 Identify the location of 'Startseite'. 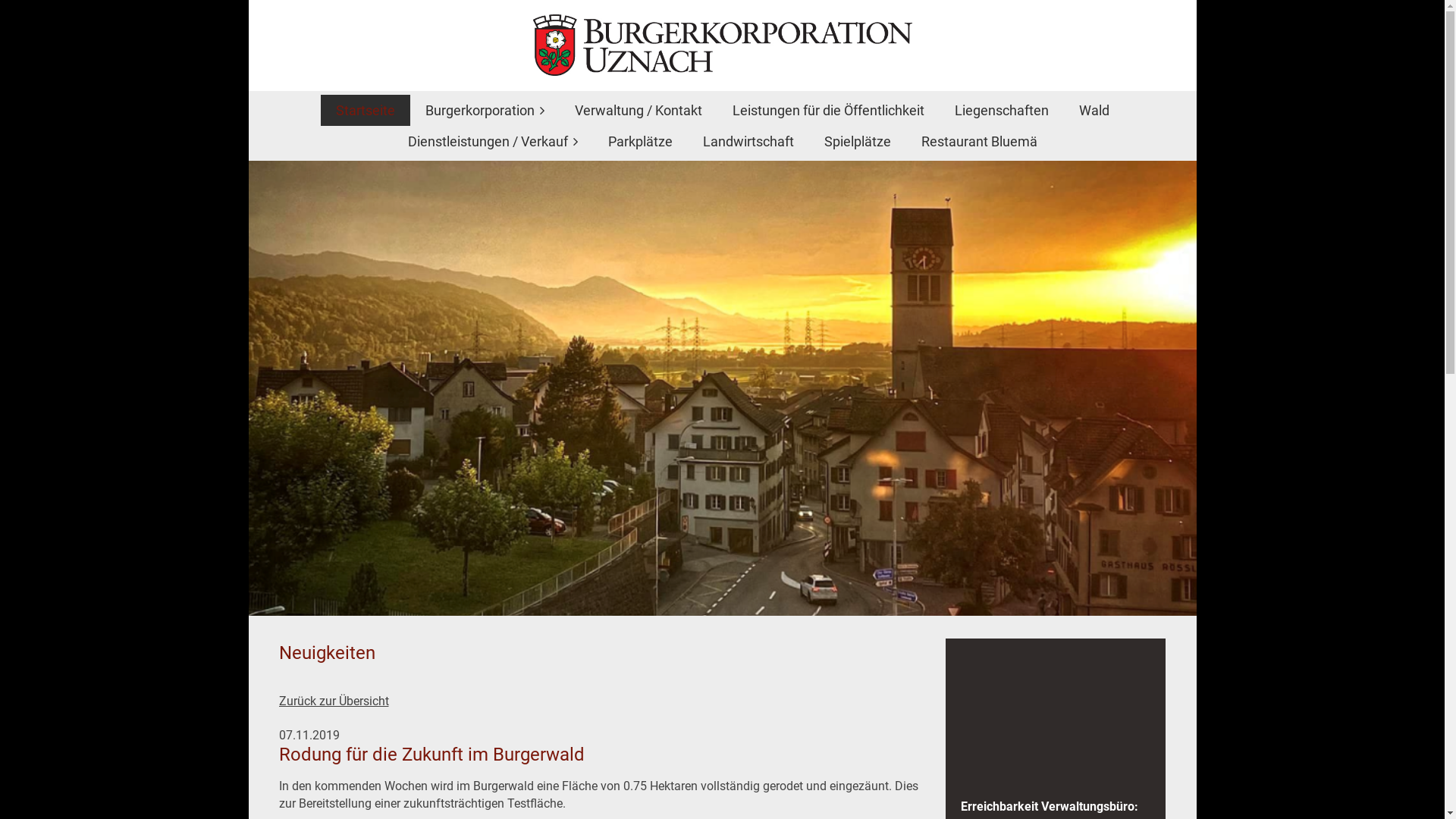
(319, 109).